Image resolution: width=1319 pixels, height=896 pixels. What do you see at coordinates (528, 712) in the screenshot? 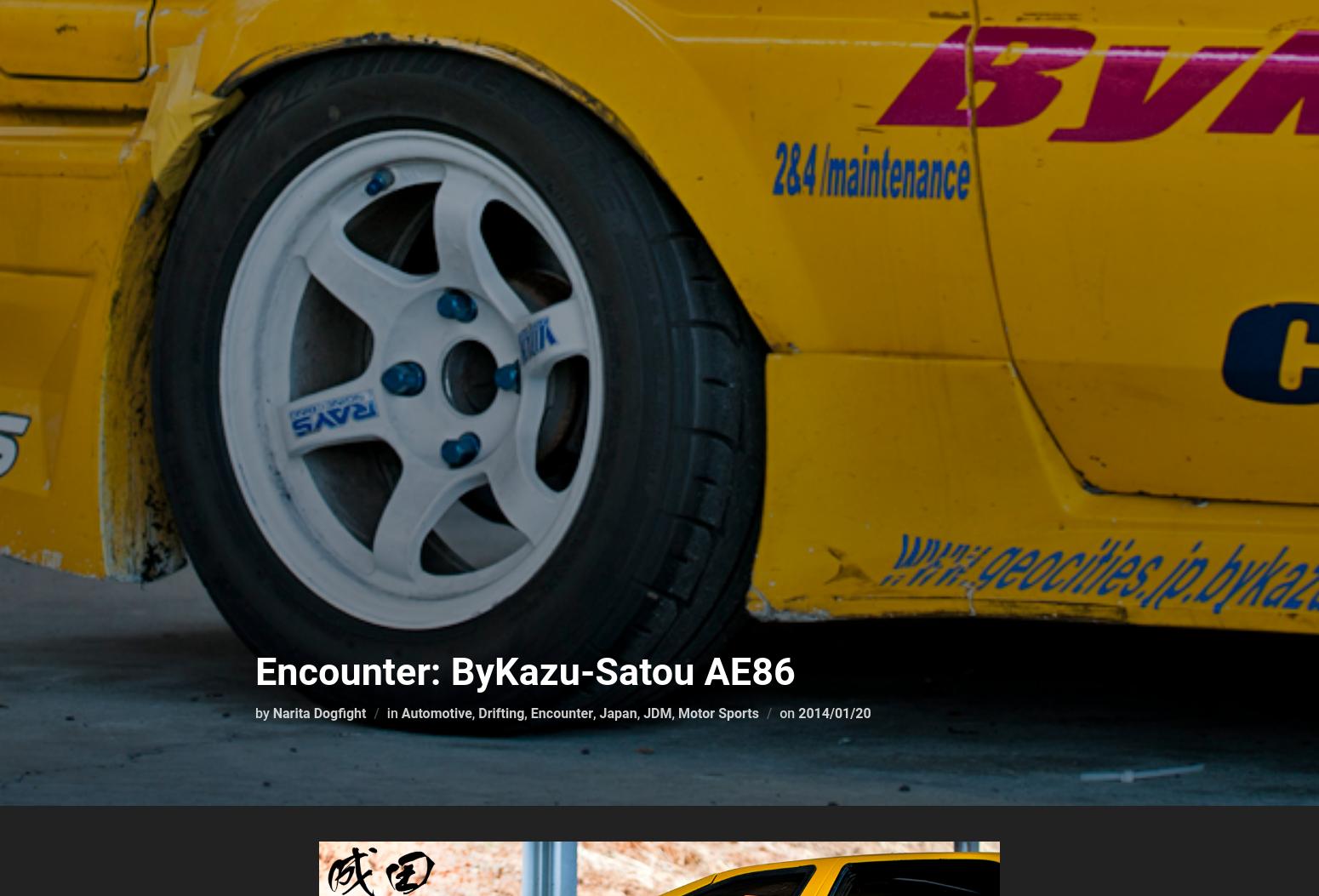
I see `'Encounter'` at bounding box center [528, 712].